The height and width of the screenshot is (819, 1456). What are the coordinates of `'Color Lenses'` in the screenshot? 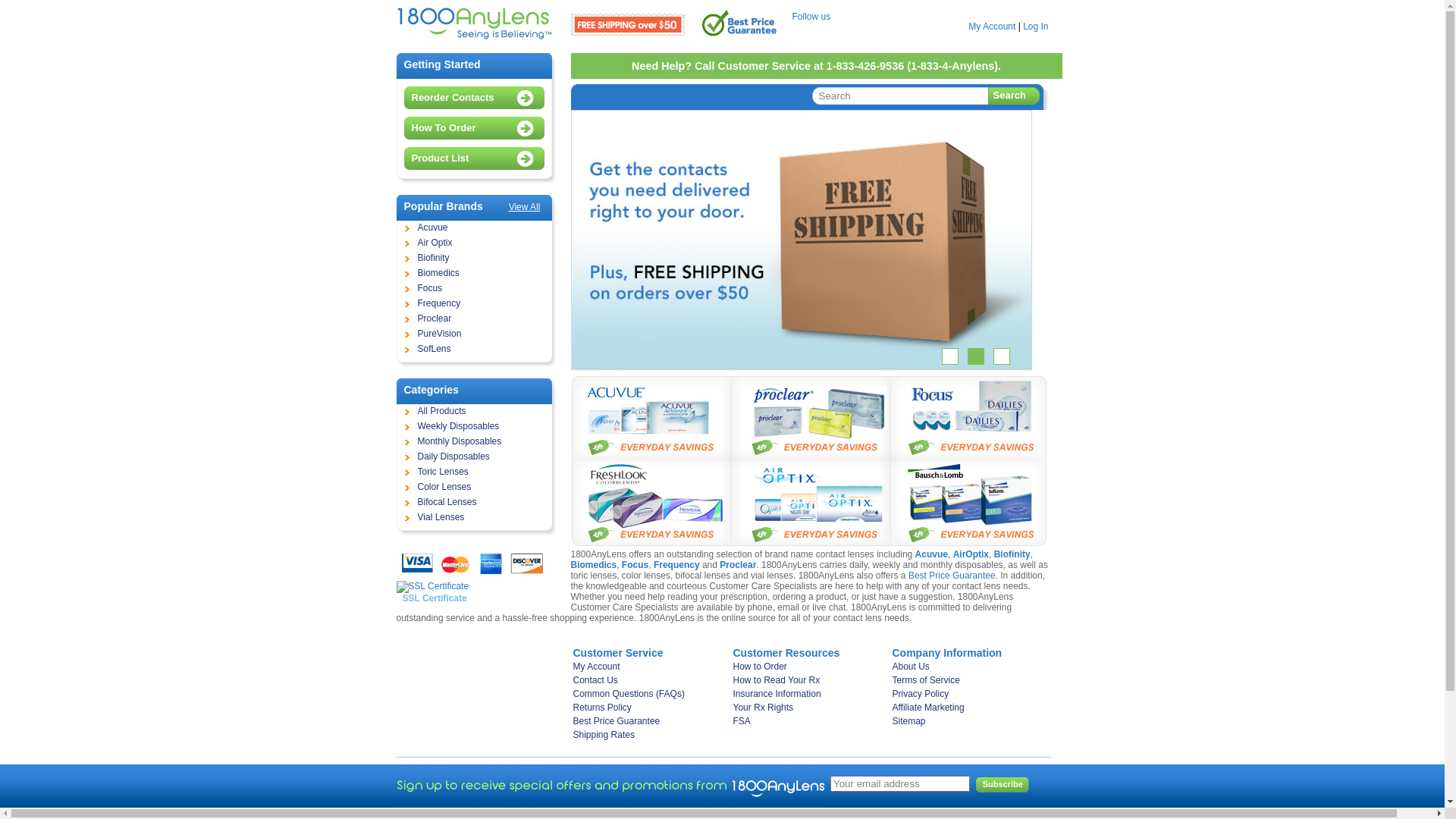 It's located at (473, 488).